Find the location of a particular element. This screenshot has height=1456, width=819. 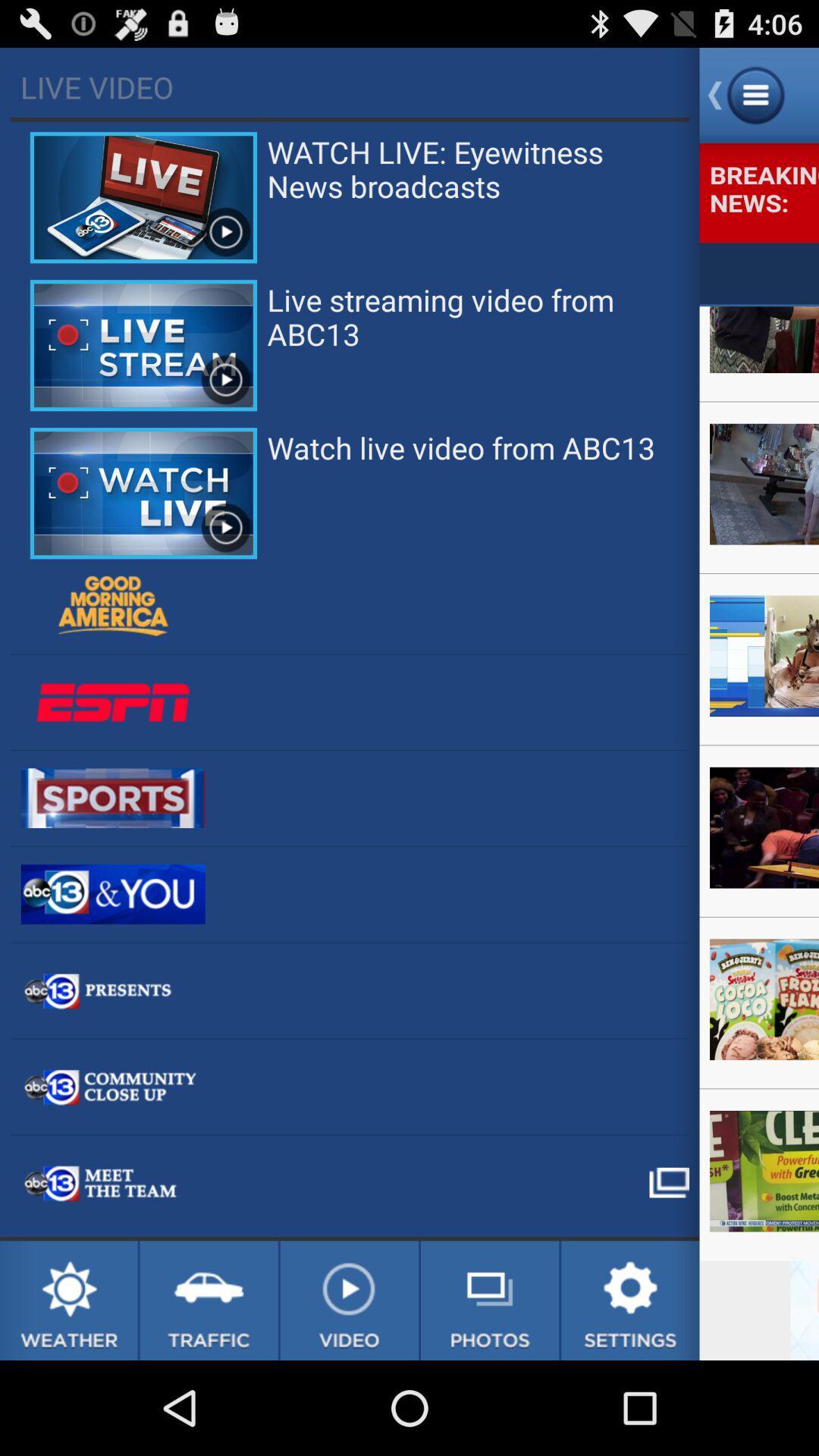

traffic page is located at coordinates (209, 1300).